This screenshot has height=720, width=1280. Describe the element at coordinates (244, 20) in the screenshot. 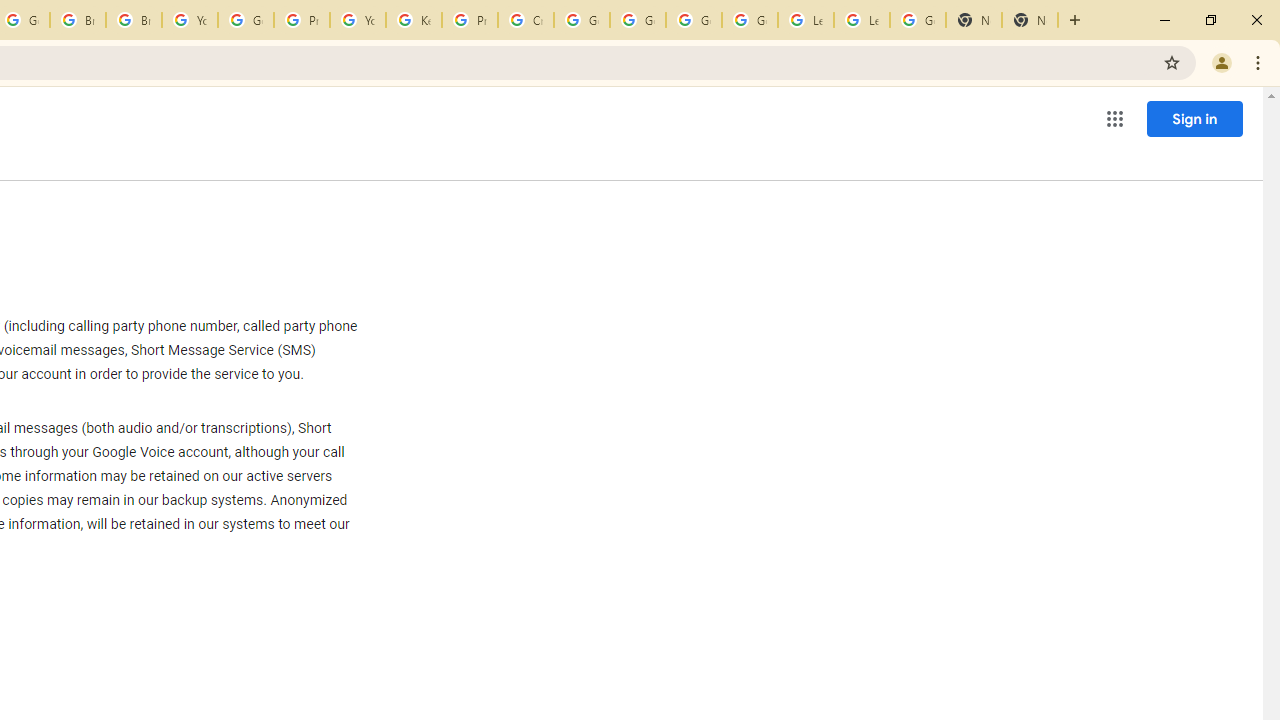

I see `'Google Account Help'` at that location.